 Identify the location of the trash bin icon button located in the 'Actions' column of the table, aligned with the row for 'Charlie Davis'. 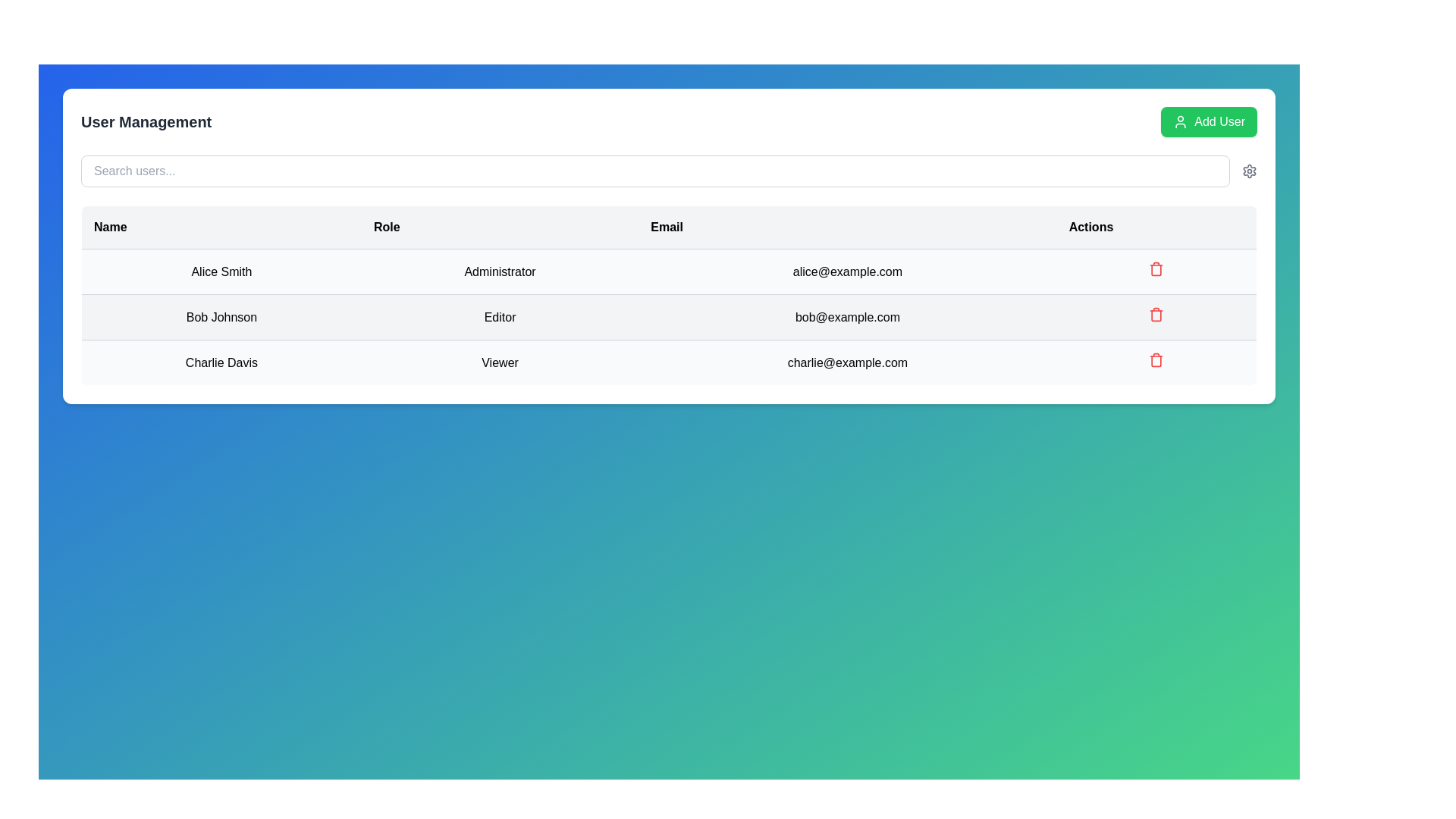
(1156, 362).